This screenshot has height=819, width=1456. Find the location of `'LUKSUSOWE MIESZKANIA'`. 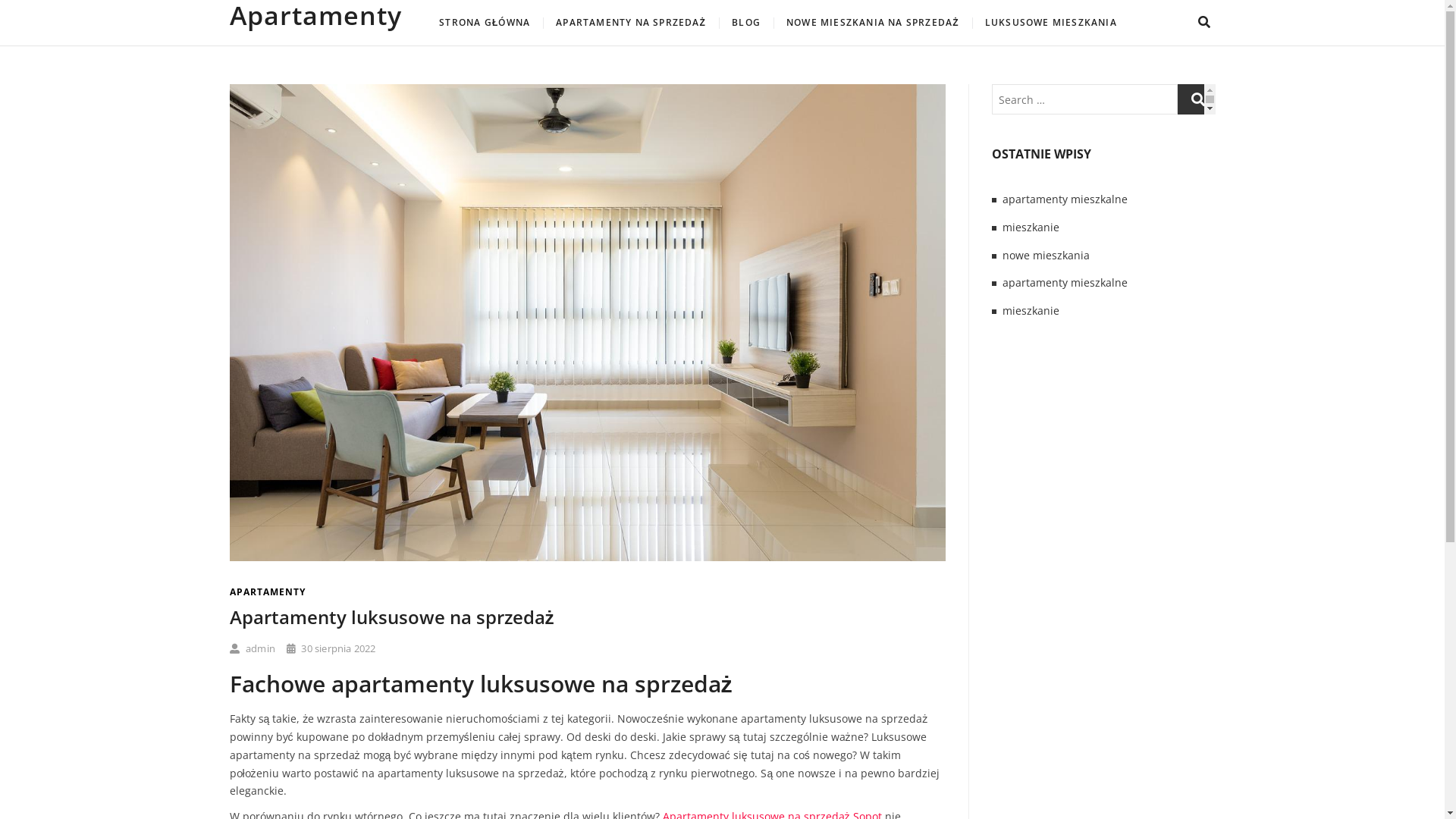

'LUKSUSOWE MIESZKANIA' is located at coordinates (1050, 23).